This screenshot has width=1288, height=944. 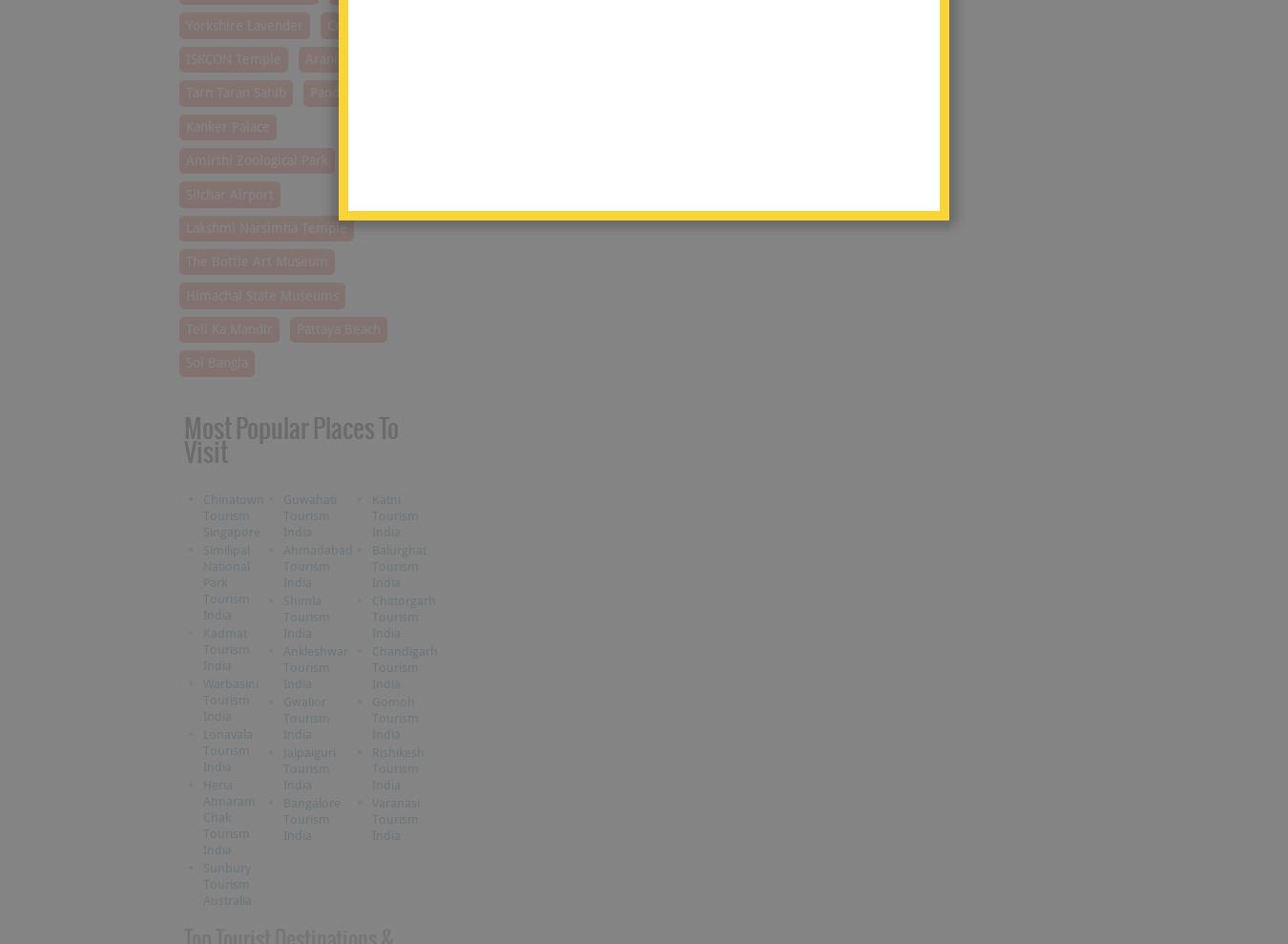 What do you see at coordinates (316, 564) in the screenshot?
I see `'Ahmadabad Tourism  India'` at bounding box center [316, 564].